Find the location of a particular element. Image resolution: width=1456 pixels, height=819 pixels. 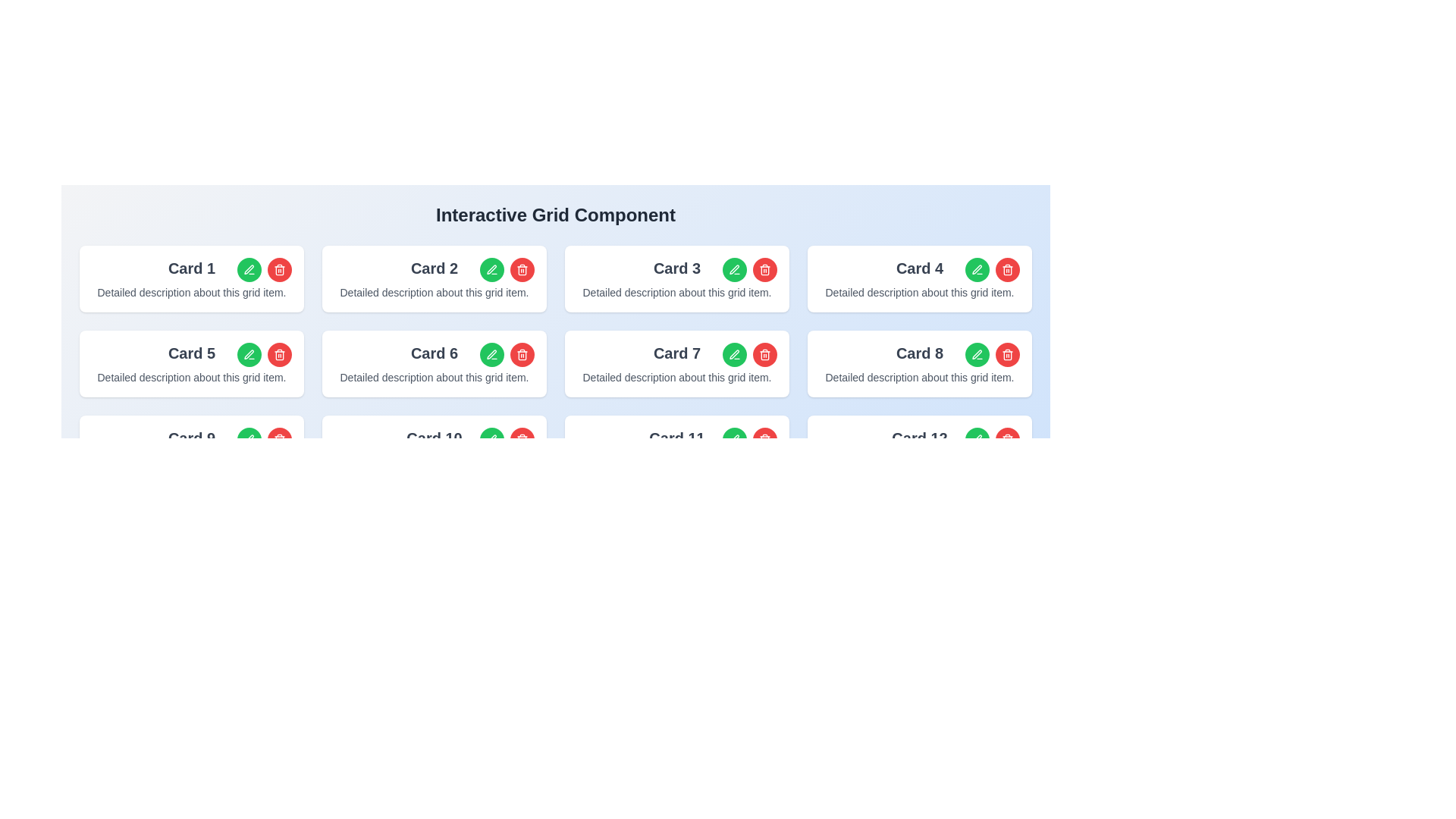

the edit button located in the top-right section of 'Card 2' is located at coordinates (491, 268).